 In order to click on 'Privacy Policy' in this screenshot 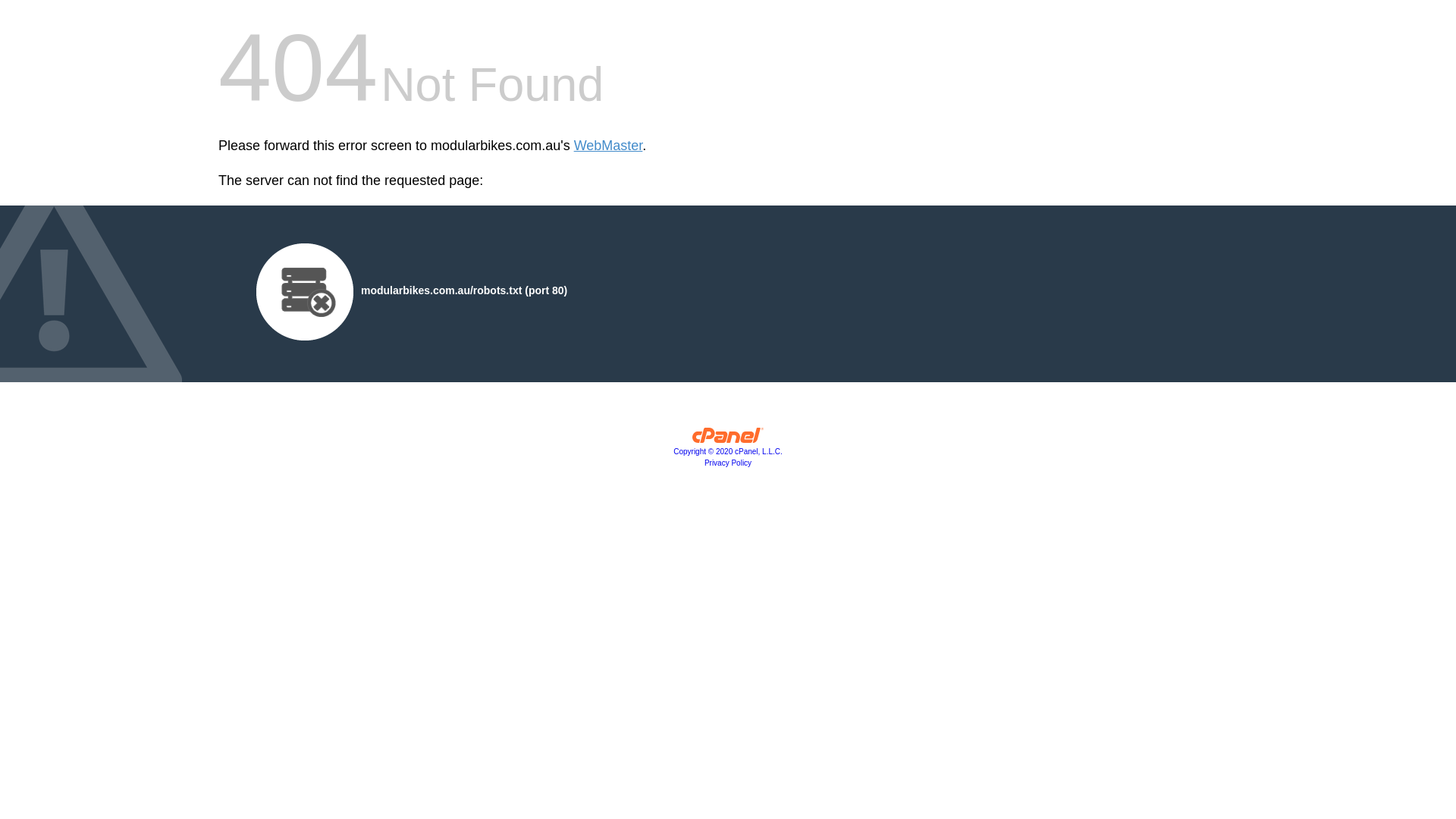, I will do `click(728, 462)`.